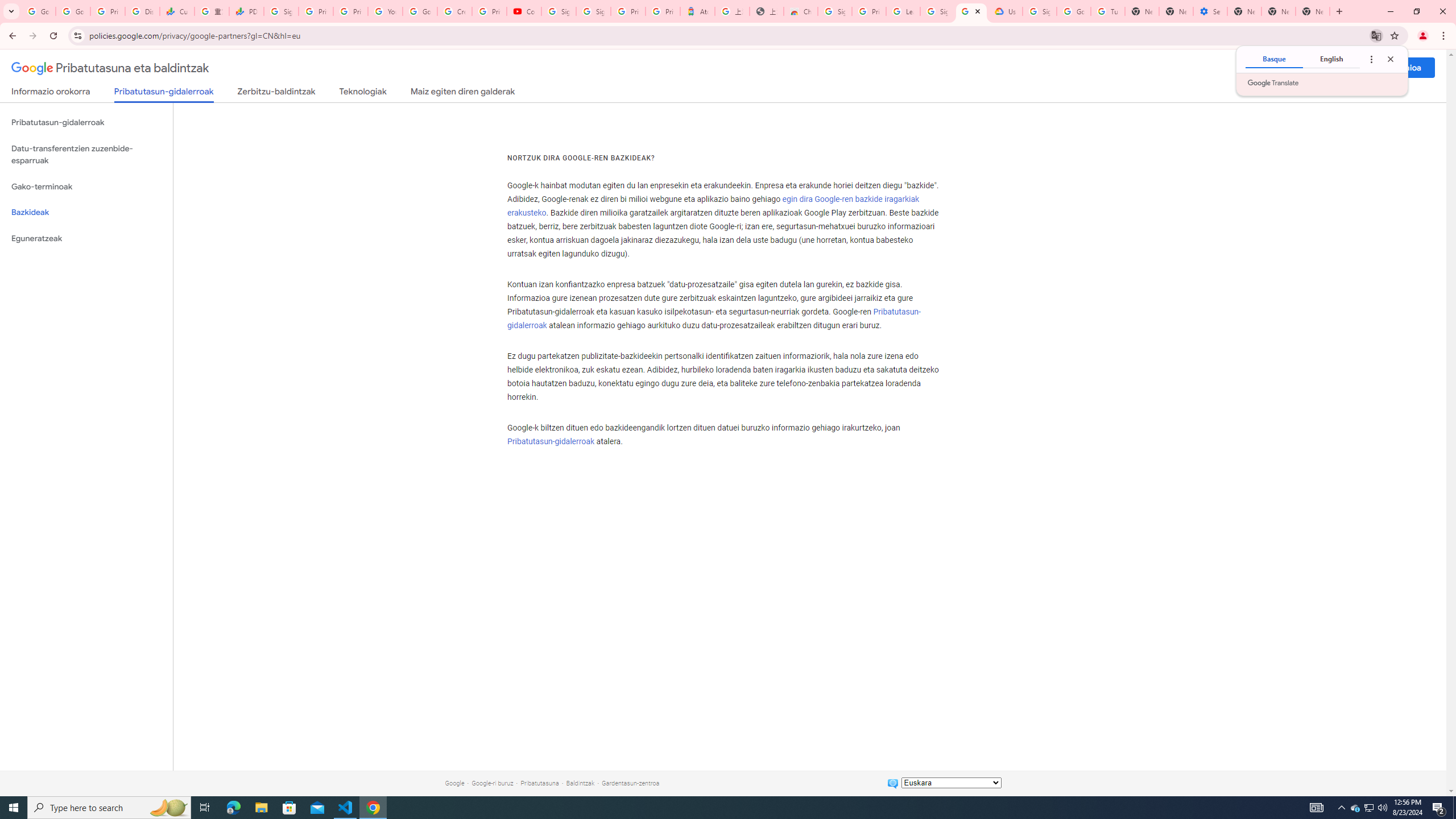  Describe the element at coordinates (86, 187) in the screenshot. I see `'Gako-terminoak'` at that location.